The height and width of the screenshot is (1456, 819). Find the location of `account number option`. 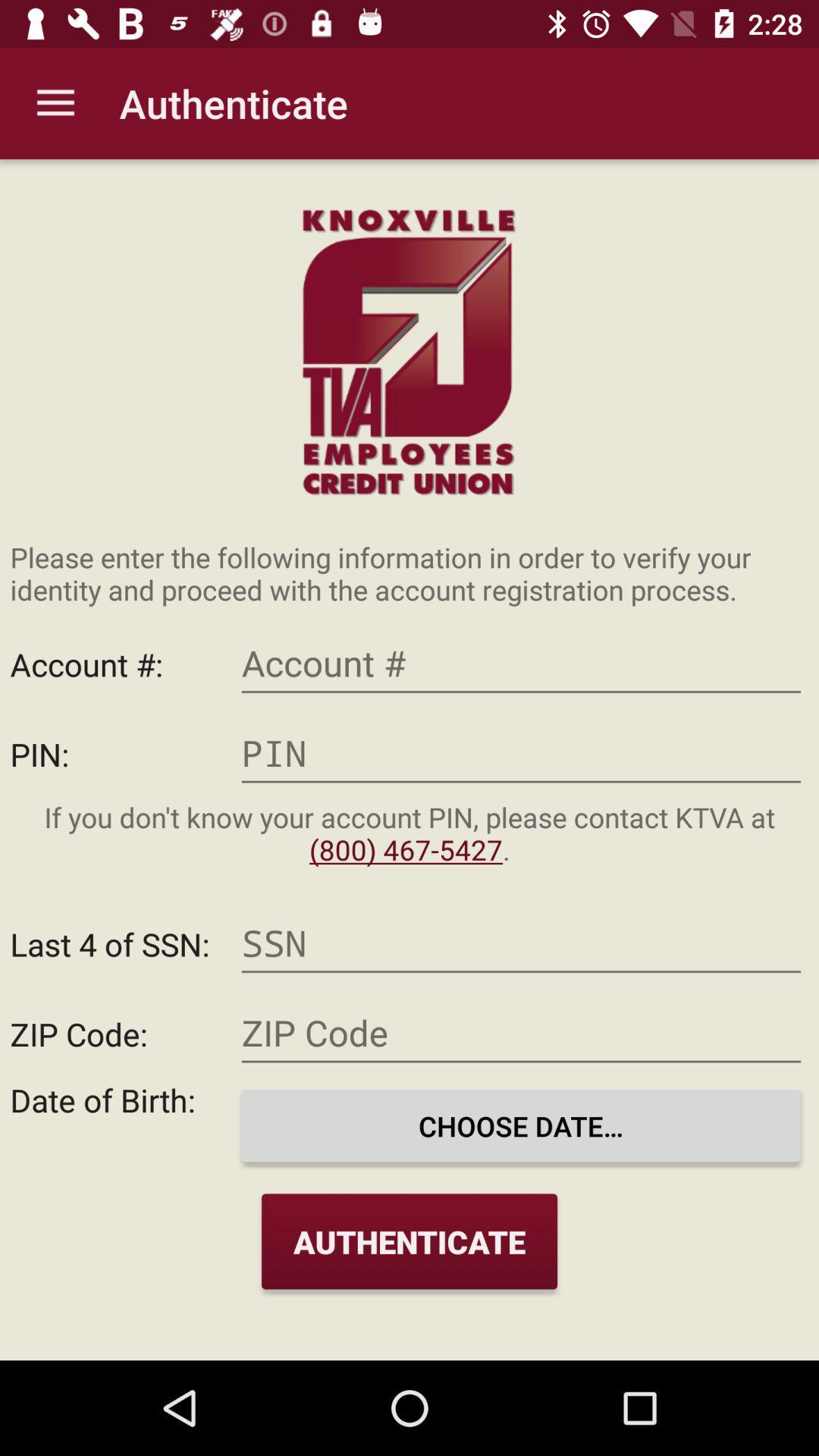

account number option is located at coordinates (520, 664).